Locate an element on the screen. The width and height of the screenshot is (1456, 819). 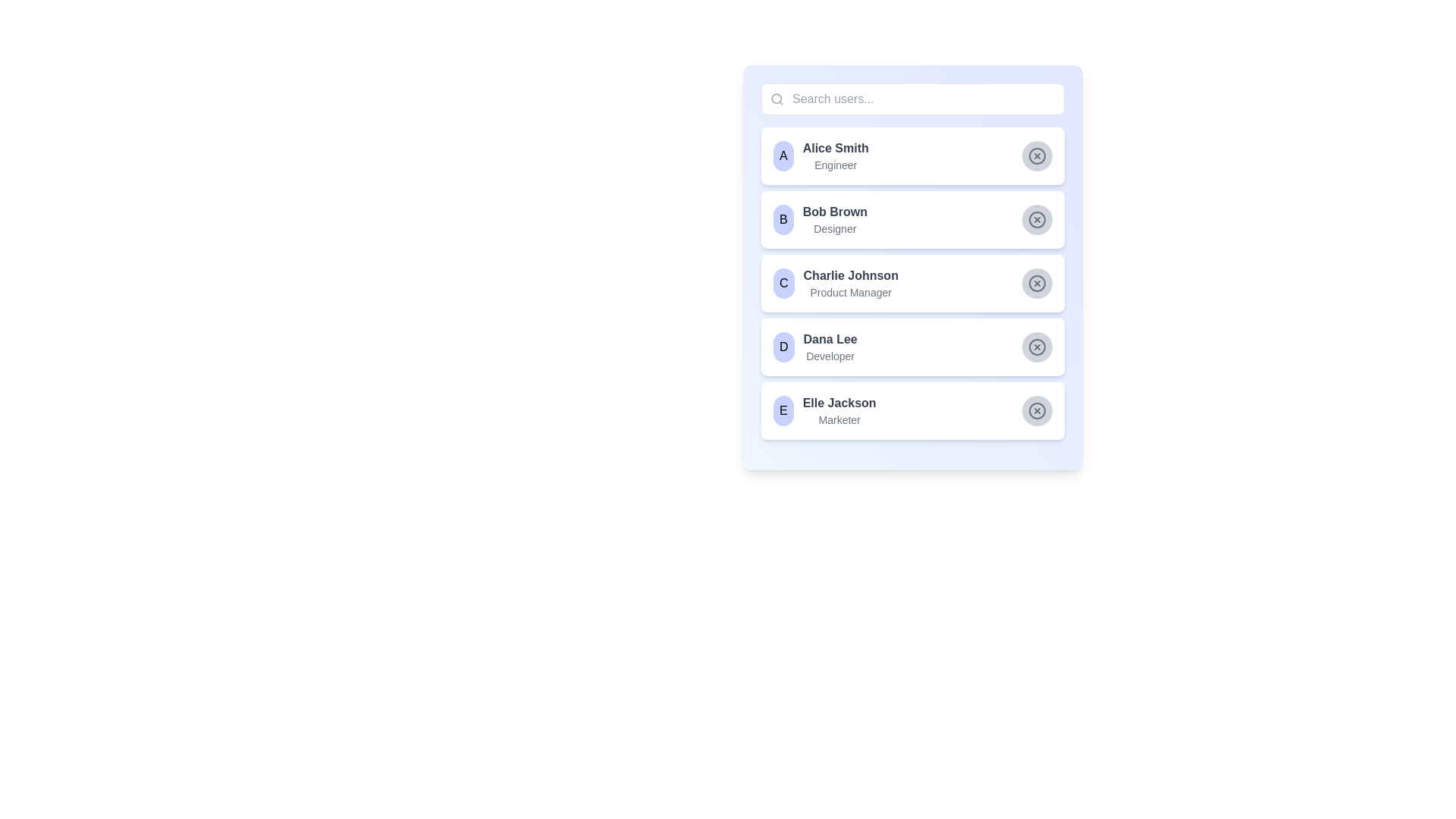
text label identifying the user 'Bob Brown', which is located above the designation 'Designer' in the second user card of the user list is located at coordinates (834, 212).